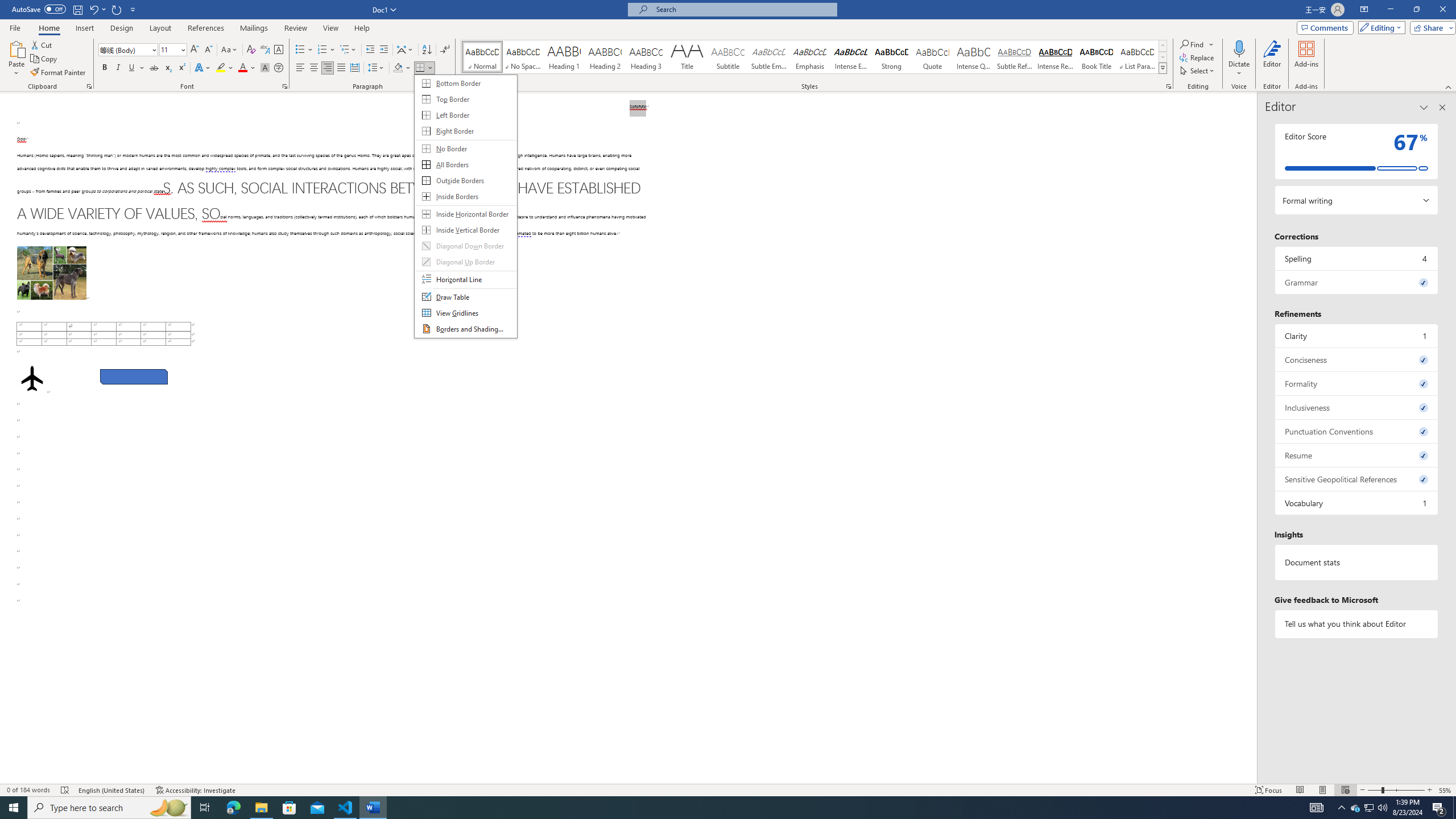  I want to click on 'Intense Emphasis', so click(850, 56).